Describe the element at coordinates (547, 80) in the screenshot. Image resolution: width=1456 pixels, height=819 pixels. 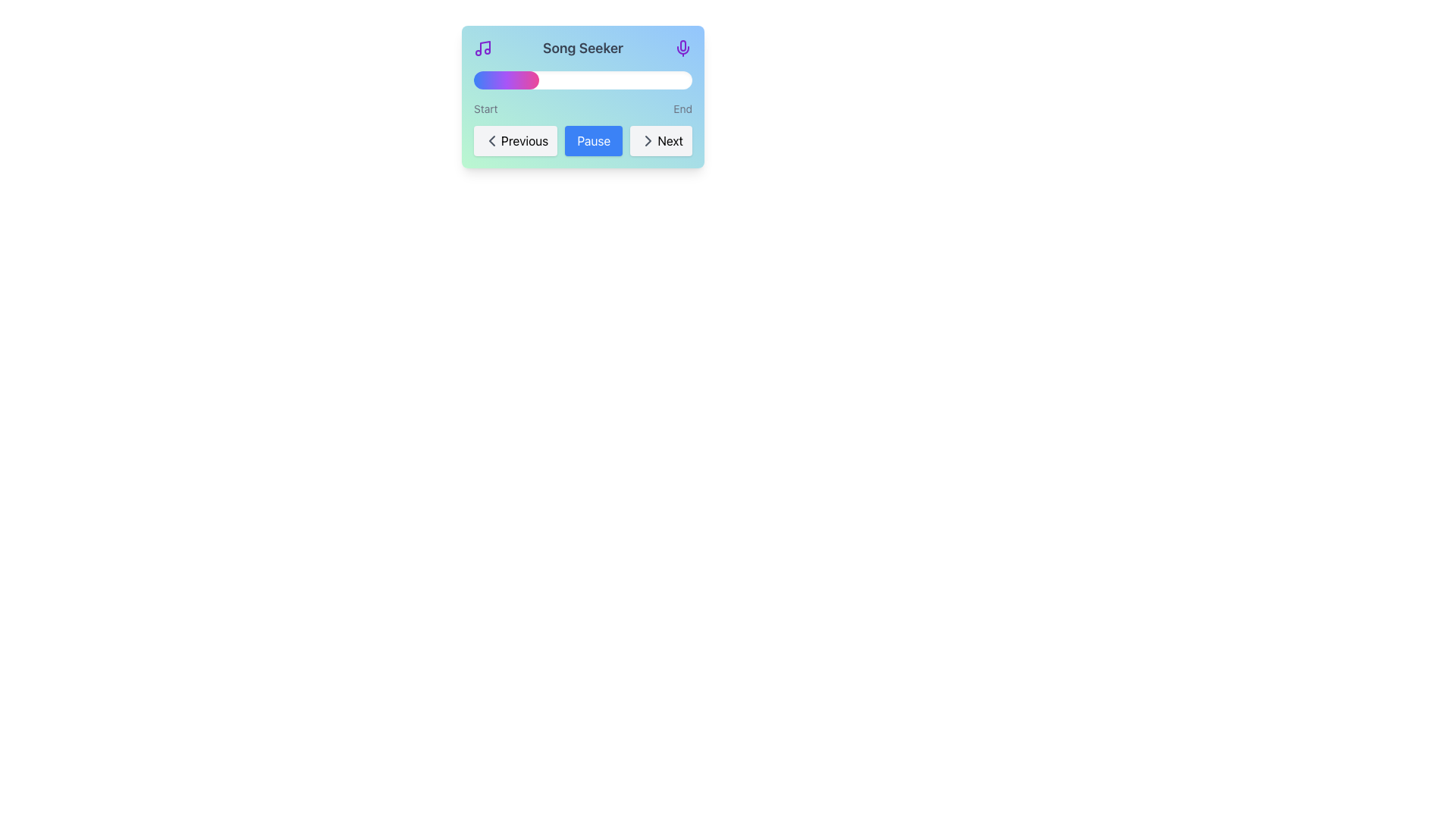
I see `the slider value` at that location.